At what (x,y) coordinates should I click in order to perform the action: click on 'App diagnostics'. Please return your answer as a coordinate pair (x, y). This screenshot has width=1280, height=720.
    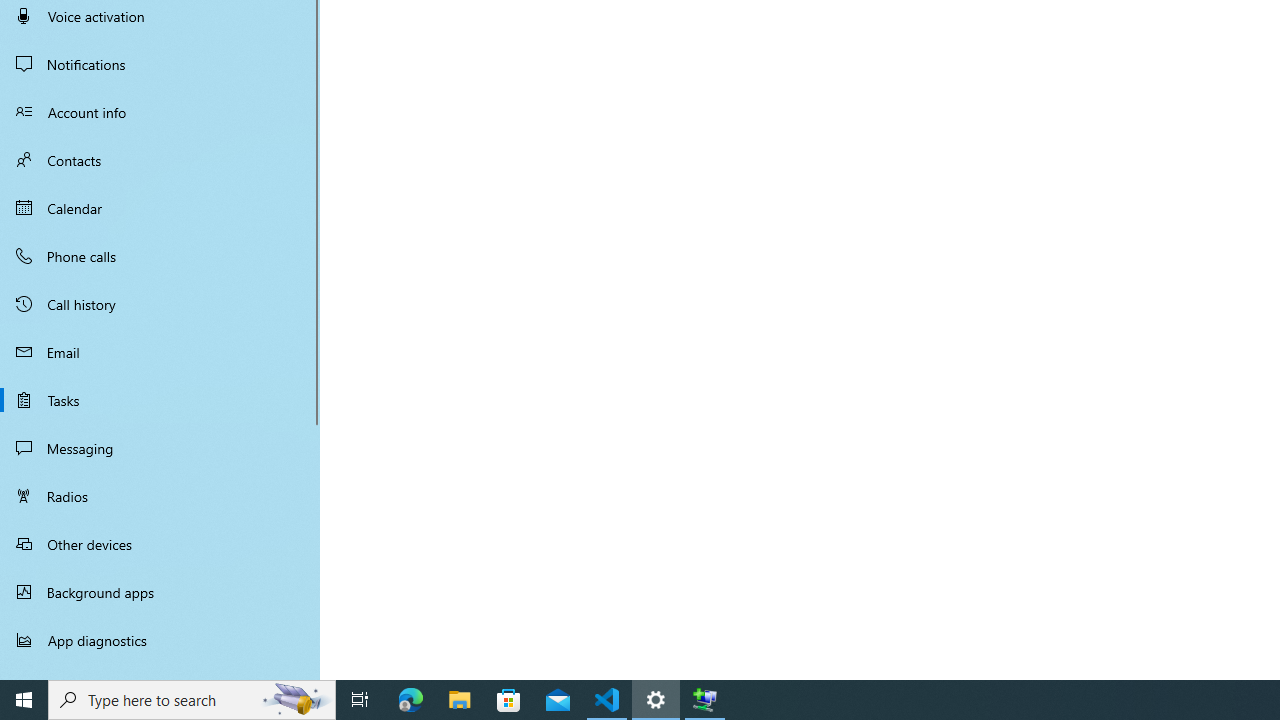
    Looking at the image, I should click on (160, 640).